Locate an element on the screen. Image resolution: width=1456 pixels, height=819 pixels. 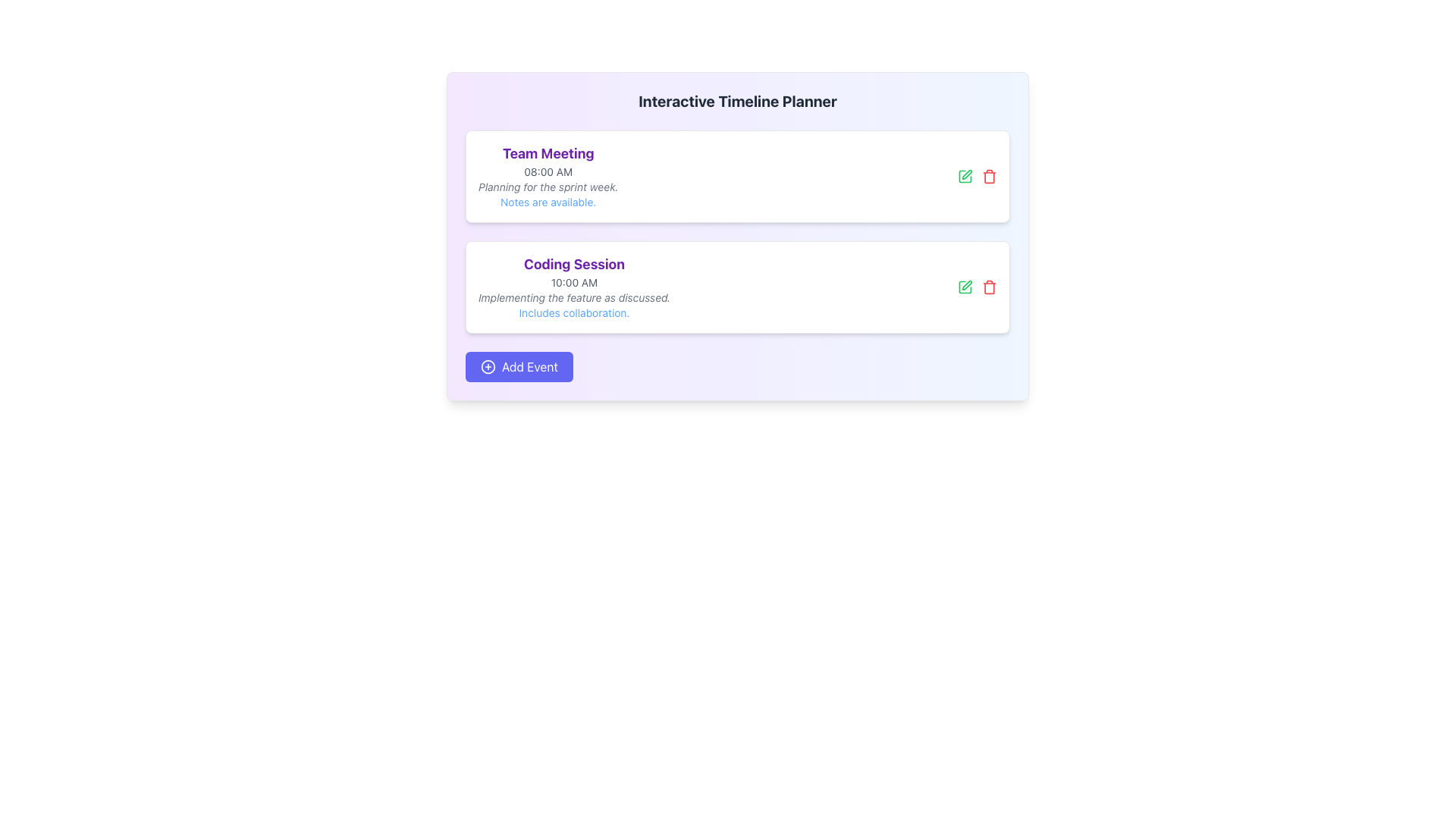
the green square icon with an outline style located to the right of the text block in the second row of the list interface to initiate an edit action is located at coordinates (964, 175).